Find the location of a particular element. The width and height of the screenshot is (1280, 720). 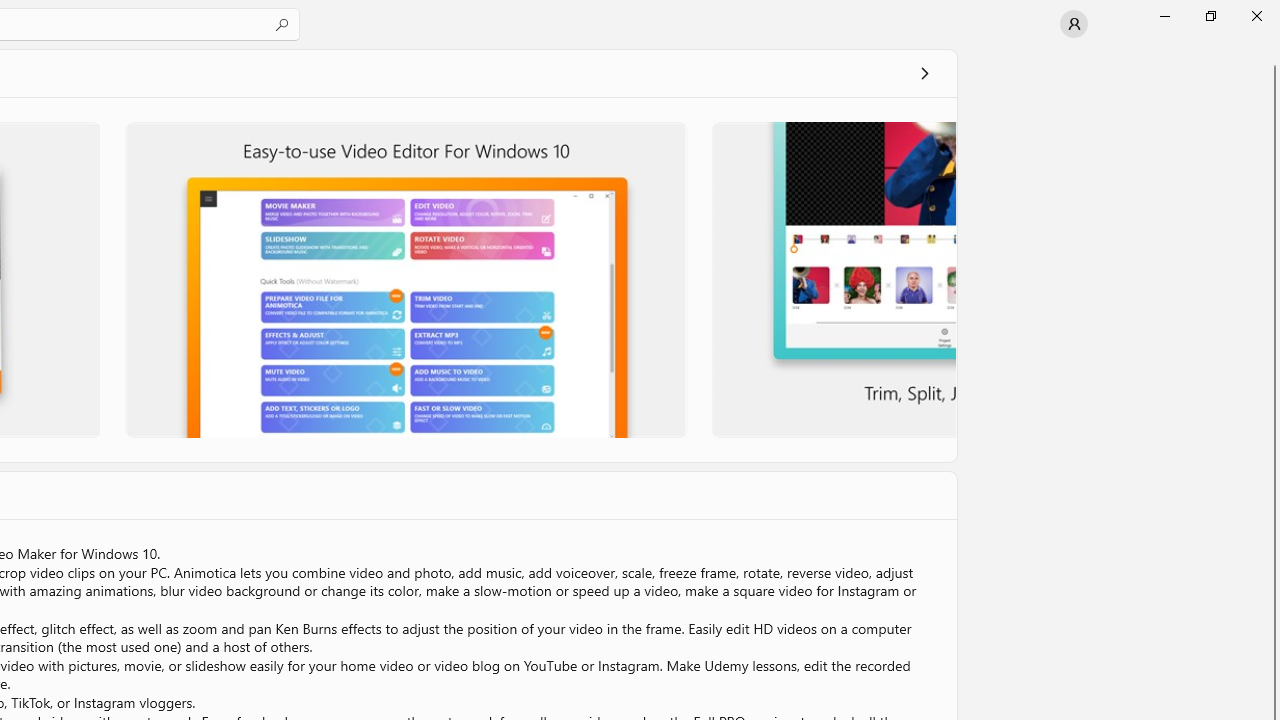

'Minimize Microsoft Store' is located at coordinates (1164, 15).